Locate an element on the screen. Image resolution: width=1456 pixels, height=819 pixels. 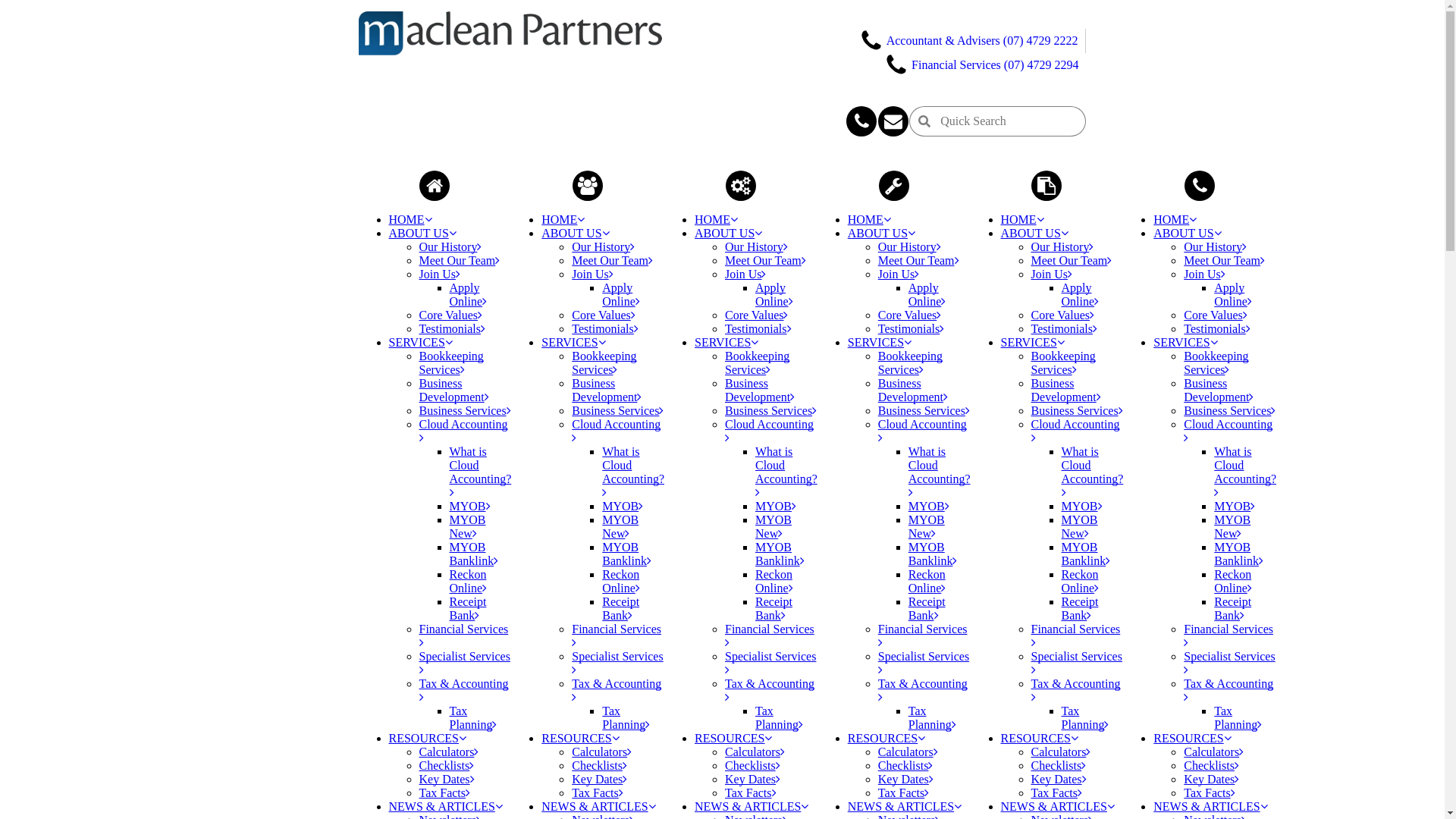
'What is Cloud Accounting?' is located at coordinates (479, 471).